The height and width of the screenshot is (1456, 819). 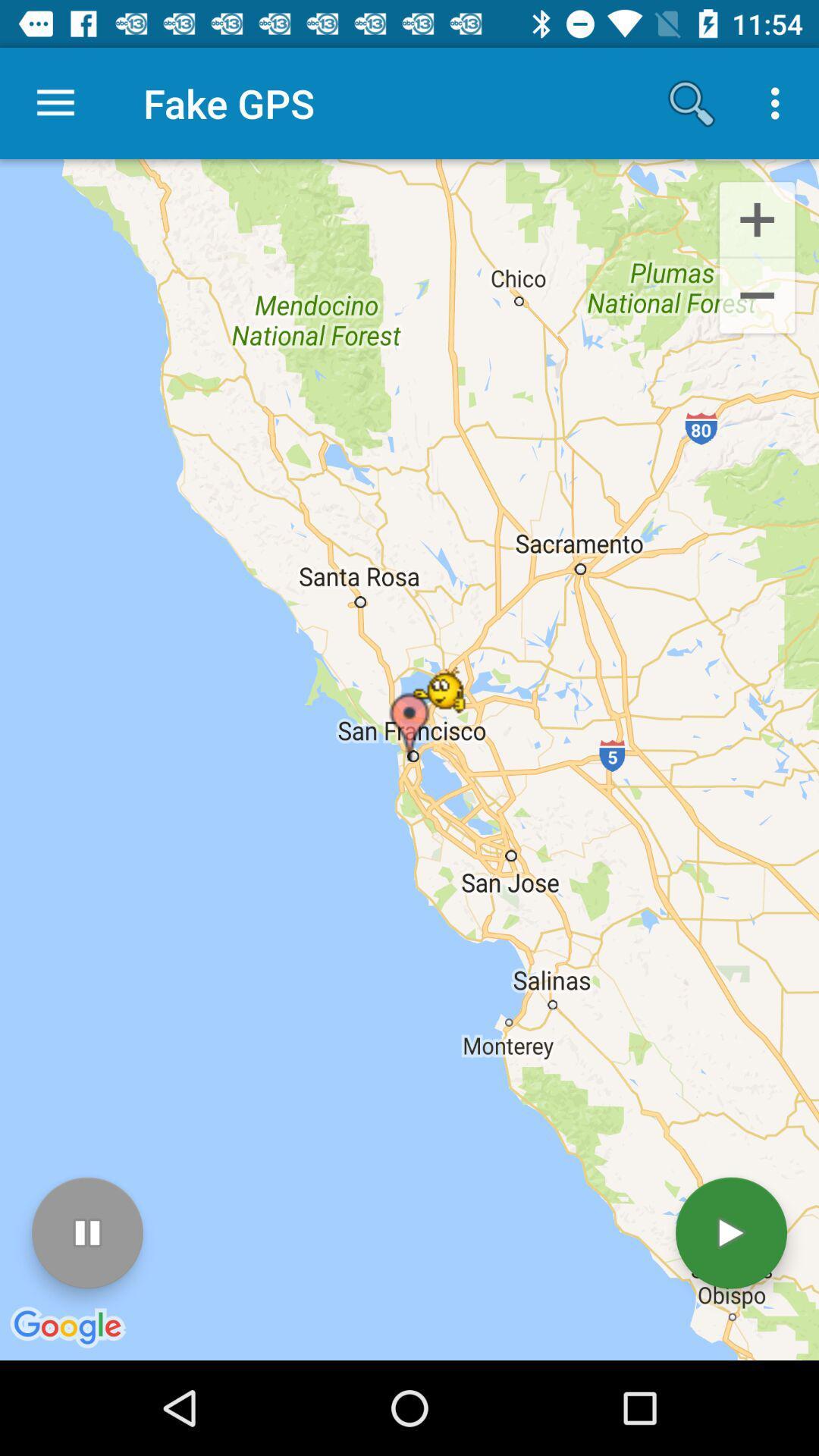 I want to click on the icon to the left of the fake gps item, so click(x=55, y=102).